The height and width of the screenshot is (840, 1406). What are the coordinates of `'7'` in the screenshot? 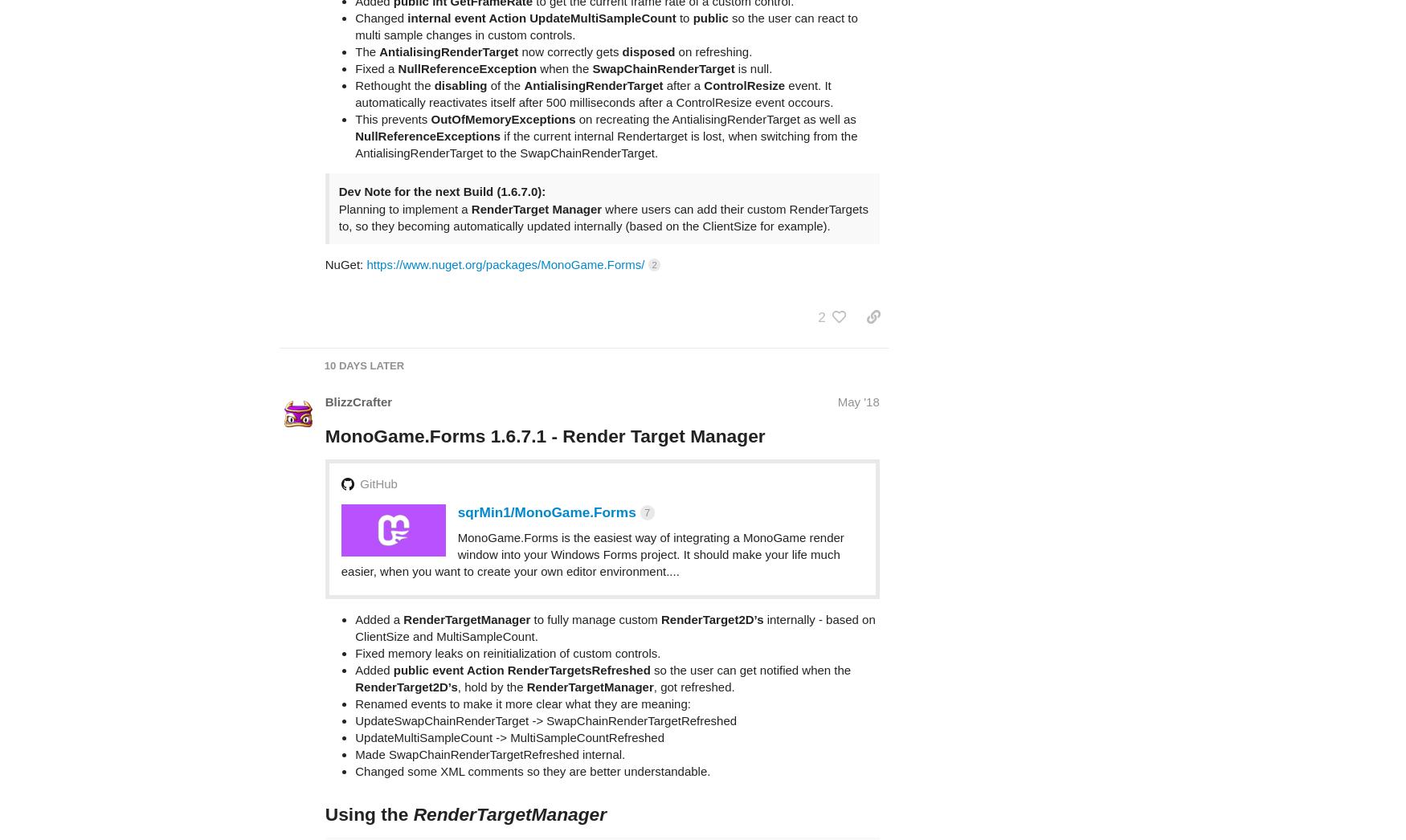 It's located at (646, 448).